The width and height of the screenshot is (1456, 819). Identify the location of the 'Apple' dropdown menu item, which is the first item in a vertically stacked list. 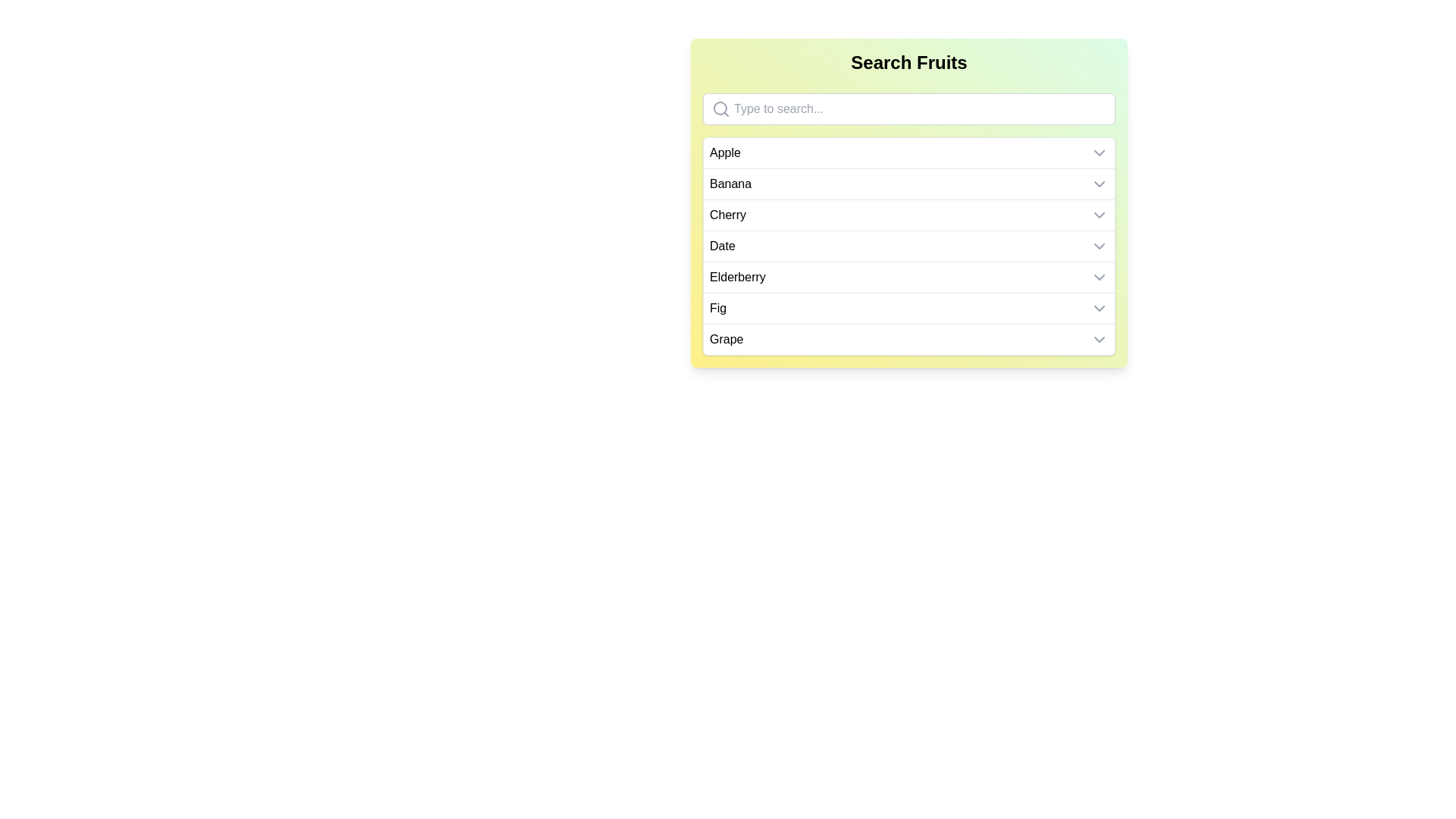
(909, 152).